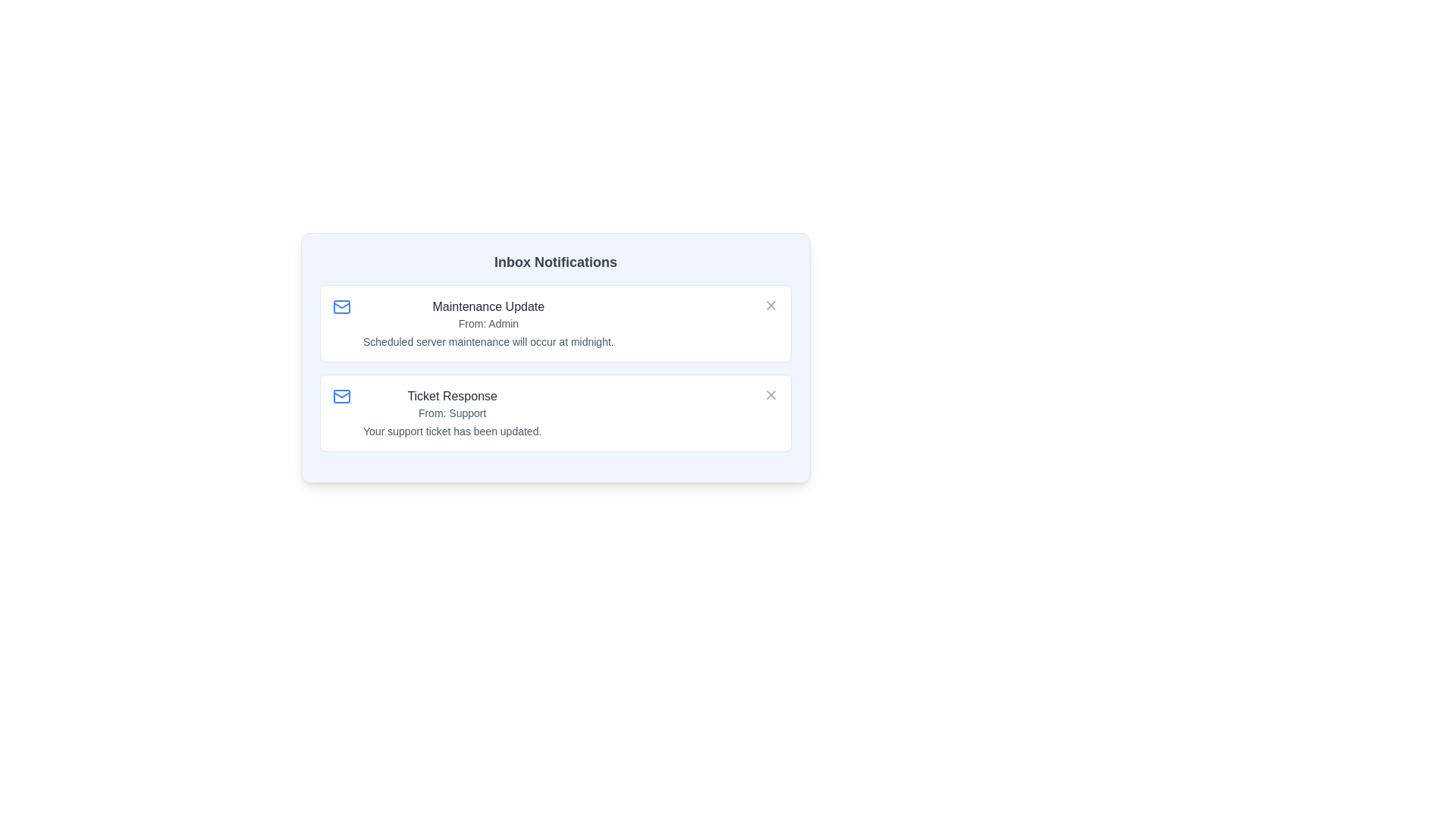 This screenshot has height=819, width=1456. I want to click on the 'X' button of the notification with subject Maintenance Update, so click(771, 305).